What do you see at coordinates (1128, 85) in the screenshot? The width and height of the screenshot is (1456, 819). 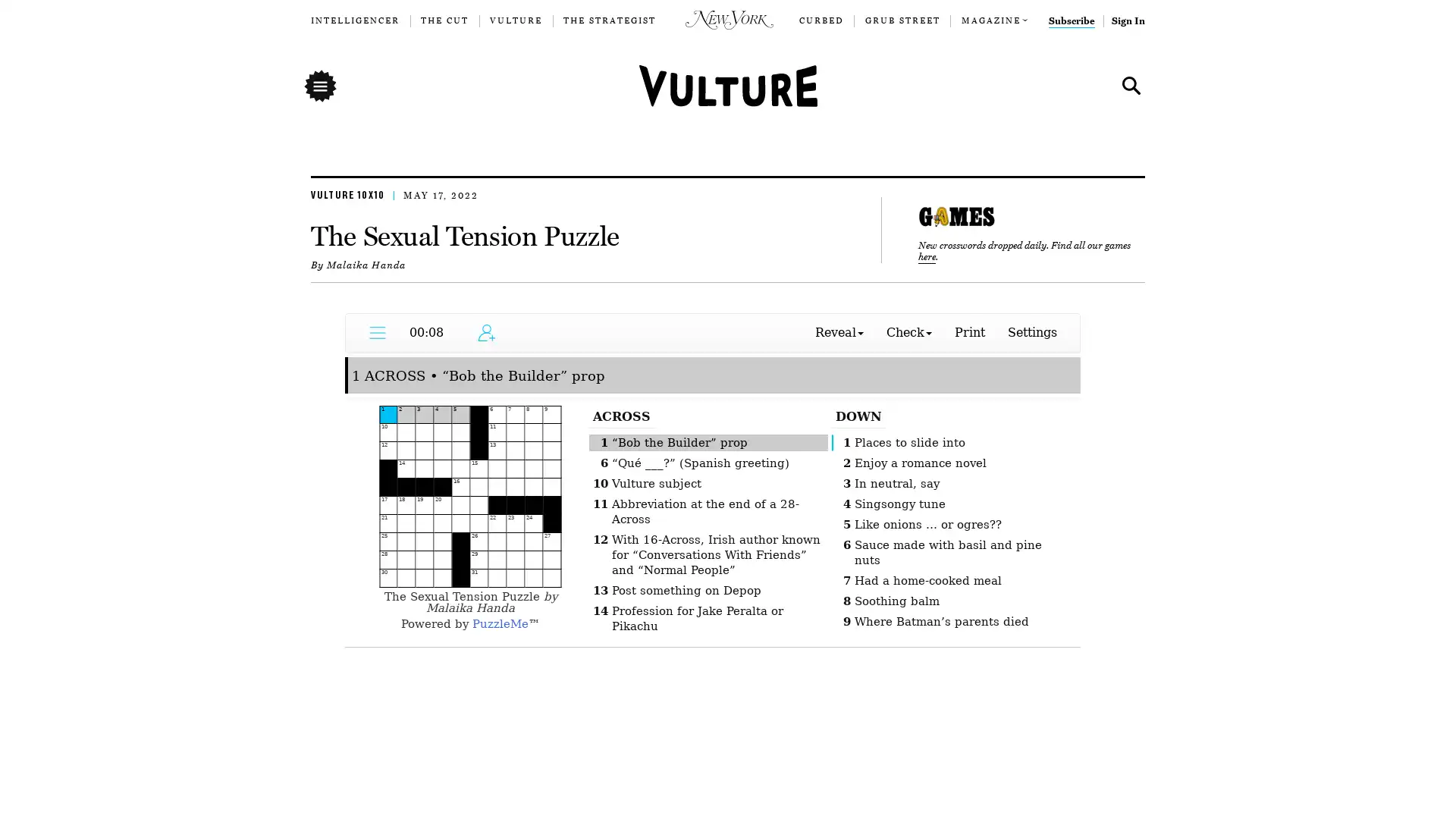 I see `Search` at bounding box center [1128, 85].